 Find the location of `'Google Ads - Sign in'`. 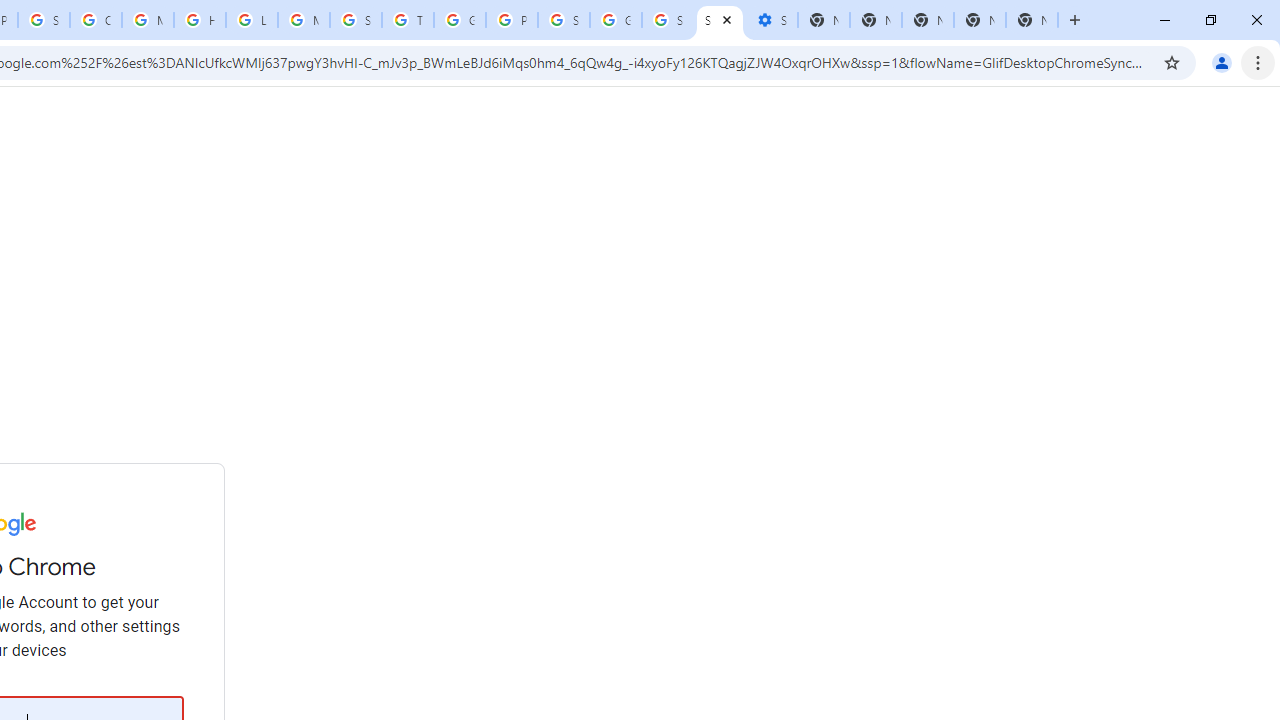

'Google Ads - Sign in' is located at coordinates (459, 20).